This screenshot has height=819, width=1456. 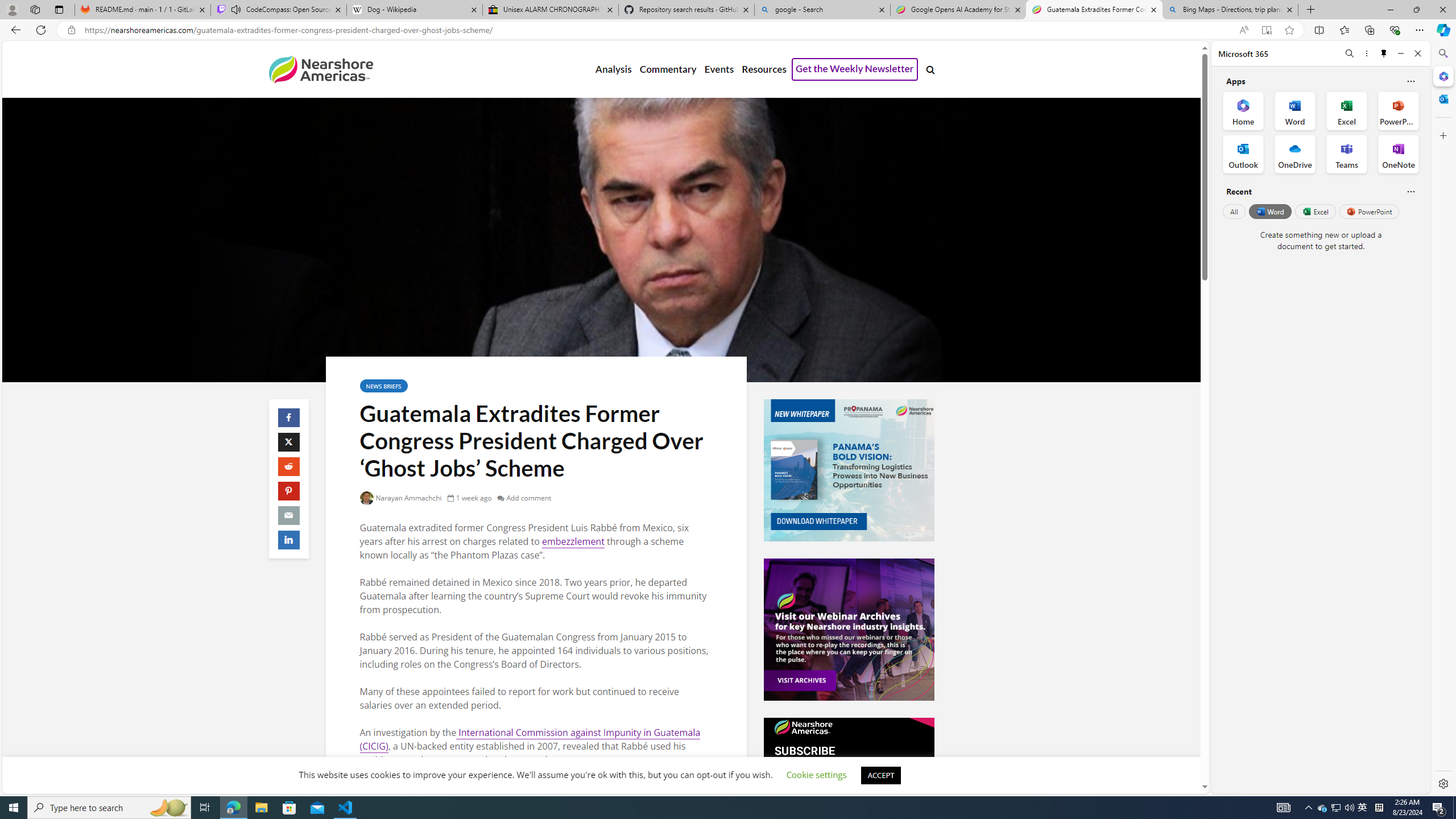 What do you see at coordinates (1314, 211) in the screenshot?
I see `'Excel'` at bounding box center [1314, 211].